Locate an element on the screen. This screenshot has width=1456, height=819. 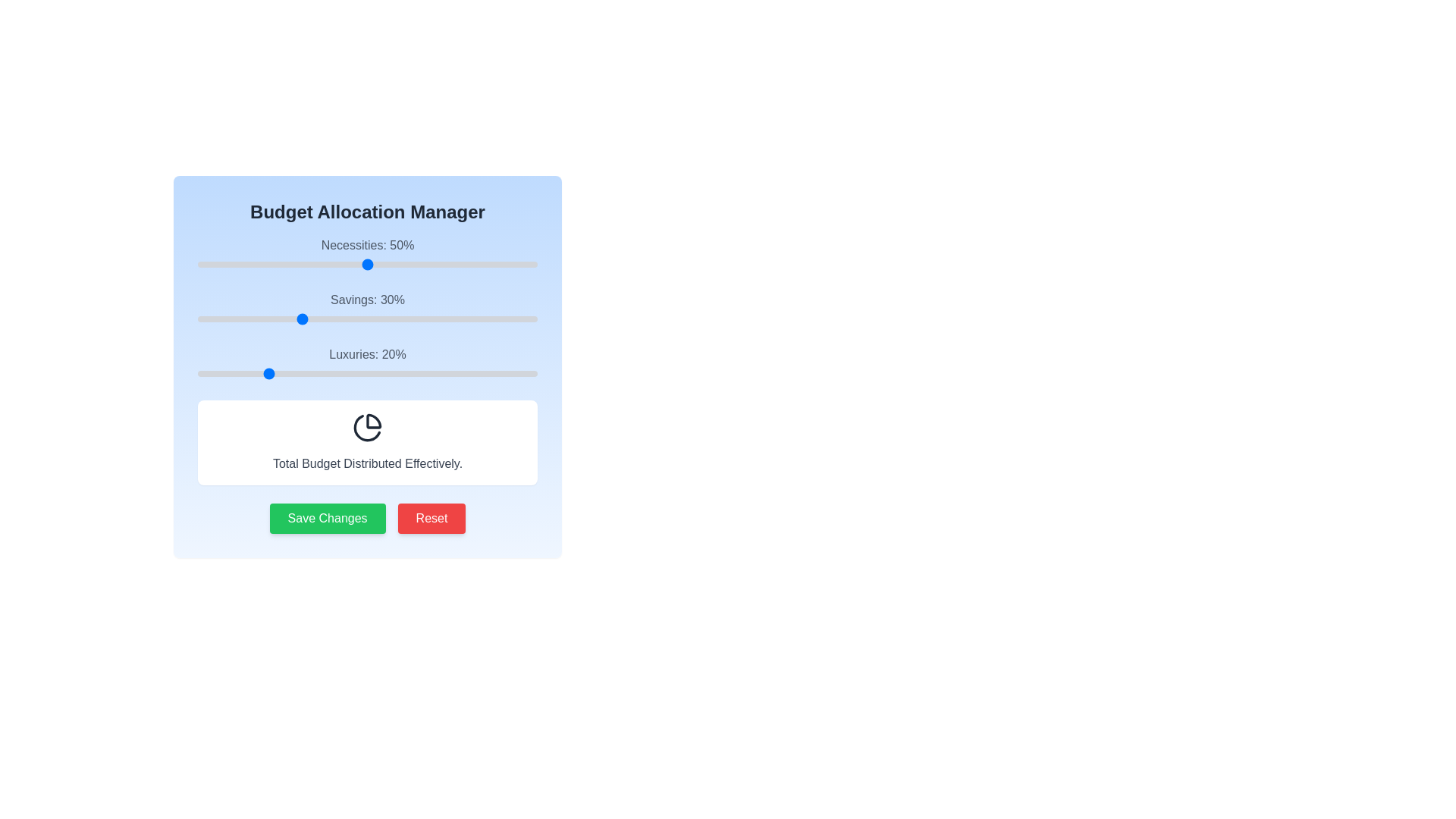
the luxuries allocation is located at coordinates (482, 374).